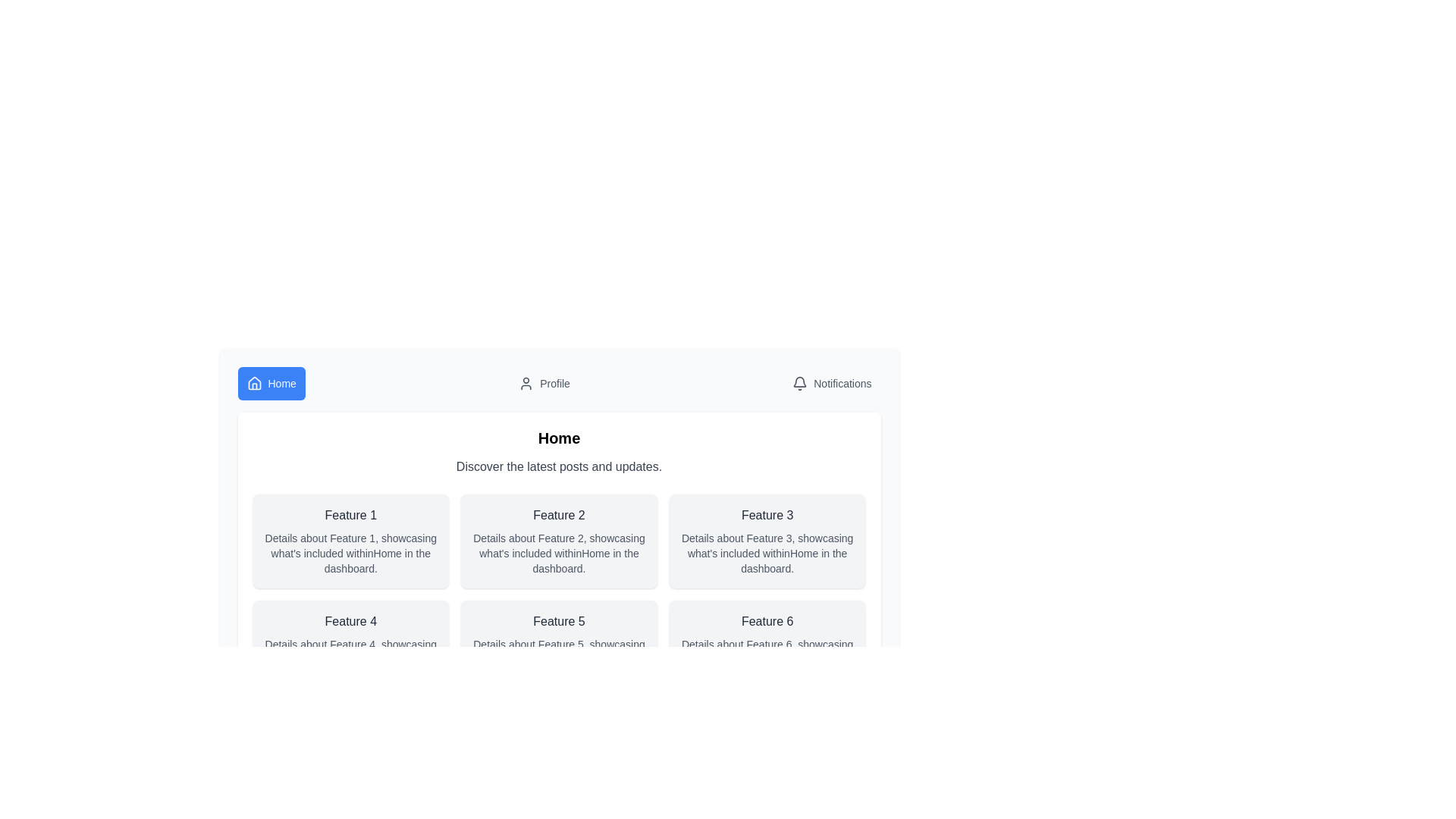 This screenshot has height=819, width=1456. What do you see at coordinates (350, 647) in the screenshot?
I see `the content of the informational card titled 'Feature 4', which has a light gray background and is located in the second row of the grid layout` at bounding box center [350, 647].